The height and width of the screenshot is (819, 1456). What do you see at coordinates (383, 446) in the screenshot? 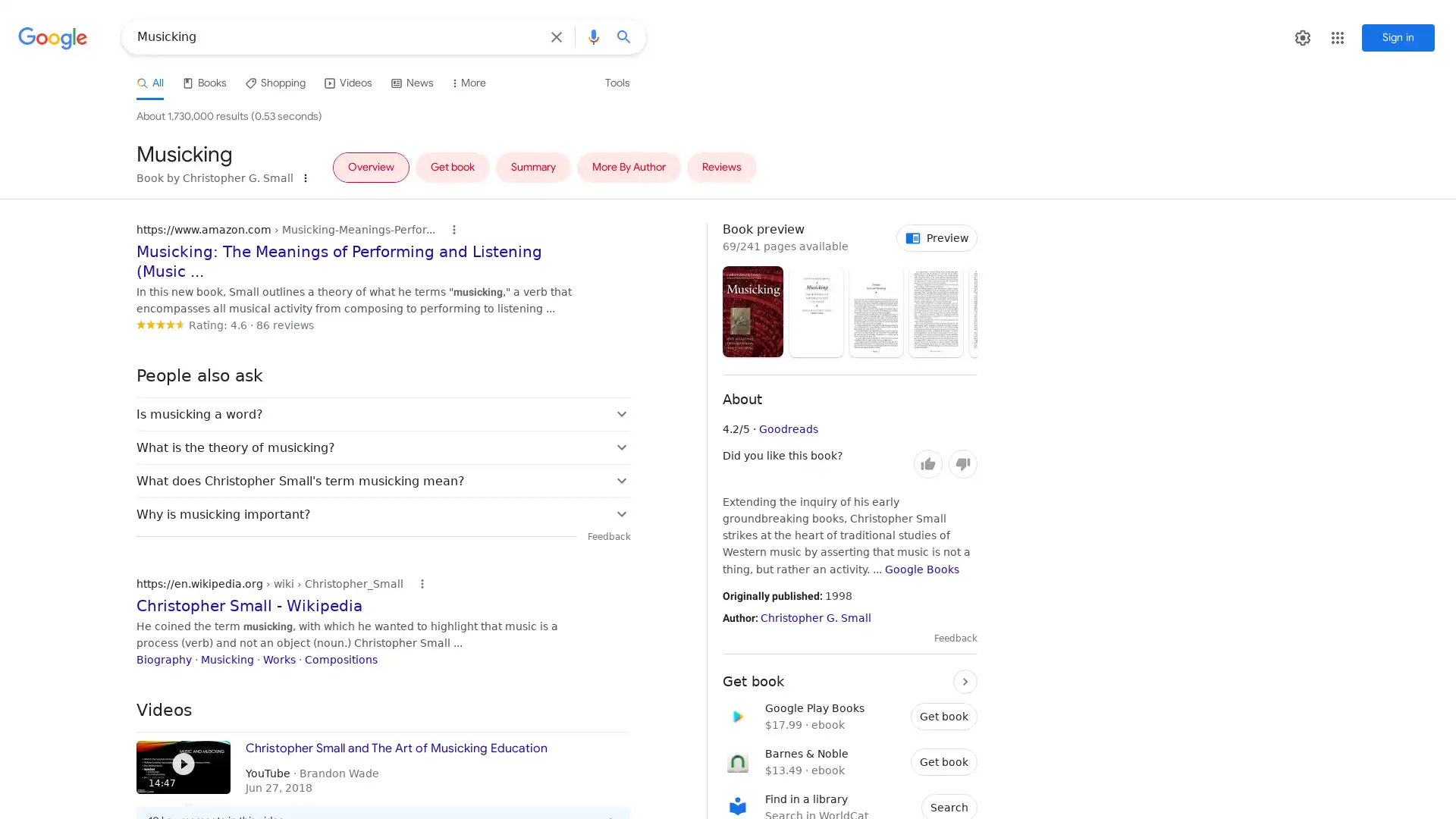
I see `What is the theory of musicking?` at bounding box center [383, 446].